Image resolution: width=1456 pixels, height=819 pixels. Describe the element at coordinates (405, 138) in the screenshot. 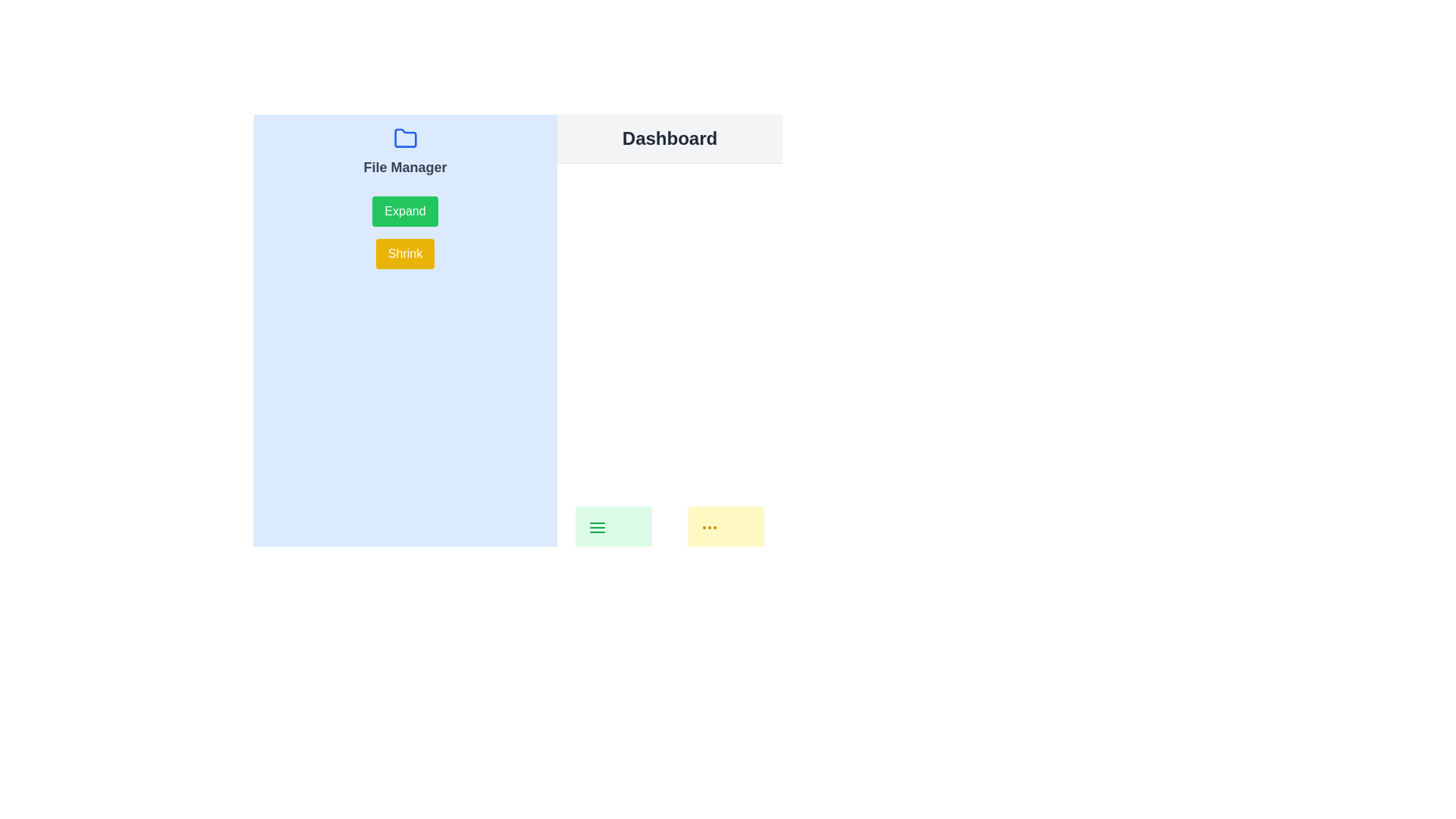

I see `the folder graphical icon located in the light blue panel labeled 'File Manager', positioned above the 'Expand' and 'Shrink' buttons` at that location.